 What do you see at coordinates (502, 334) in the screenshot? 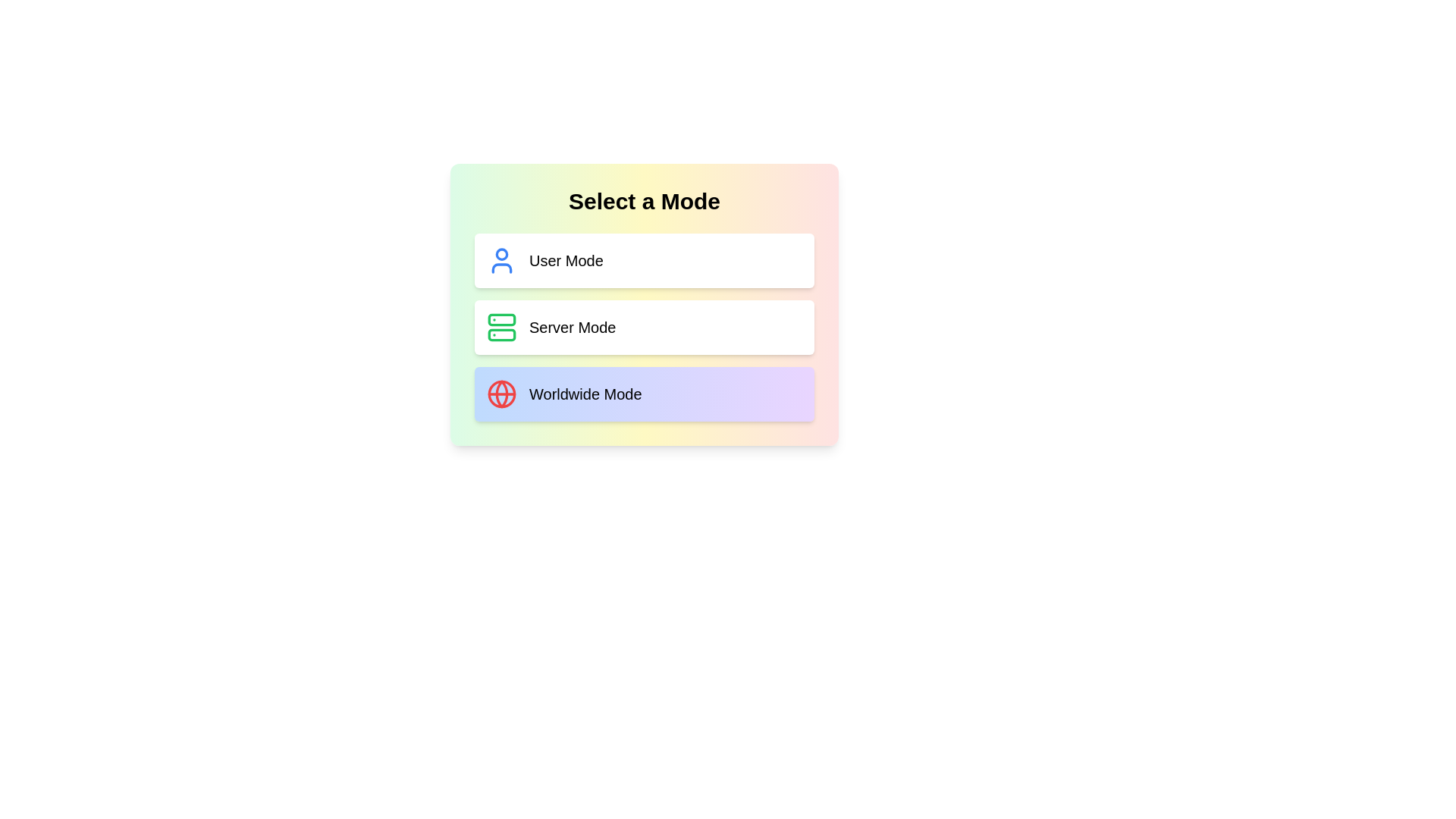
I see `the second rectangular SVG element in the server icon, which is styled in green and positioned in the vertical menu between 'User Mode' and 'Worldwide Mode'` at bounding box center [502, 334].